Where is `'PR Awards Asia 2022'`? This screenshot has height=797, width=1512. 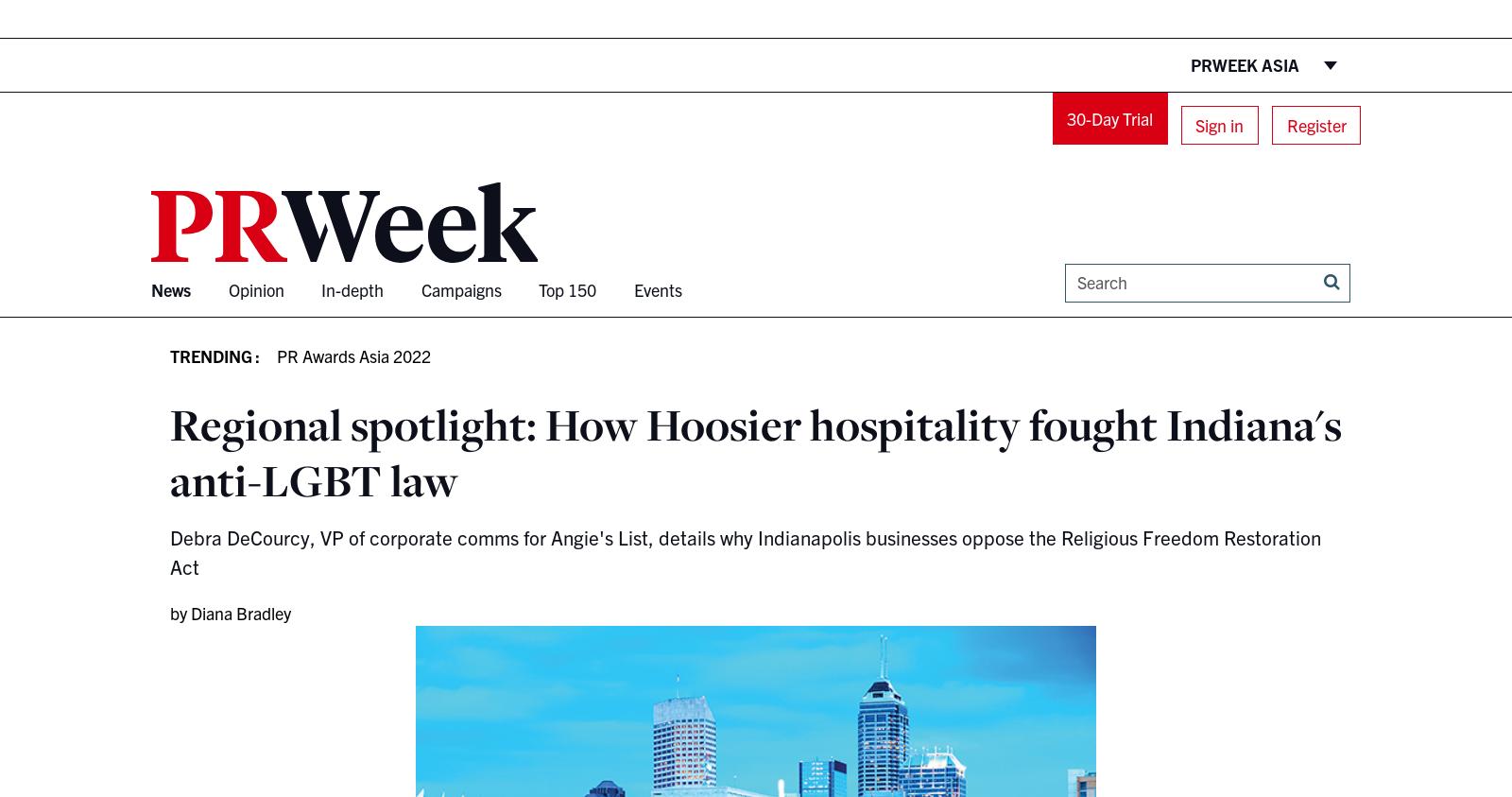
'PR Awards Asia 2022' is located at coordinates (353, 354).